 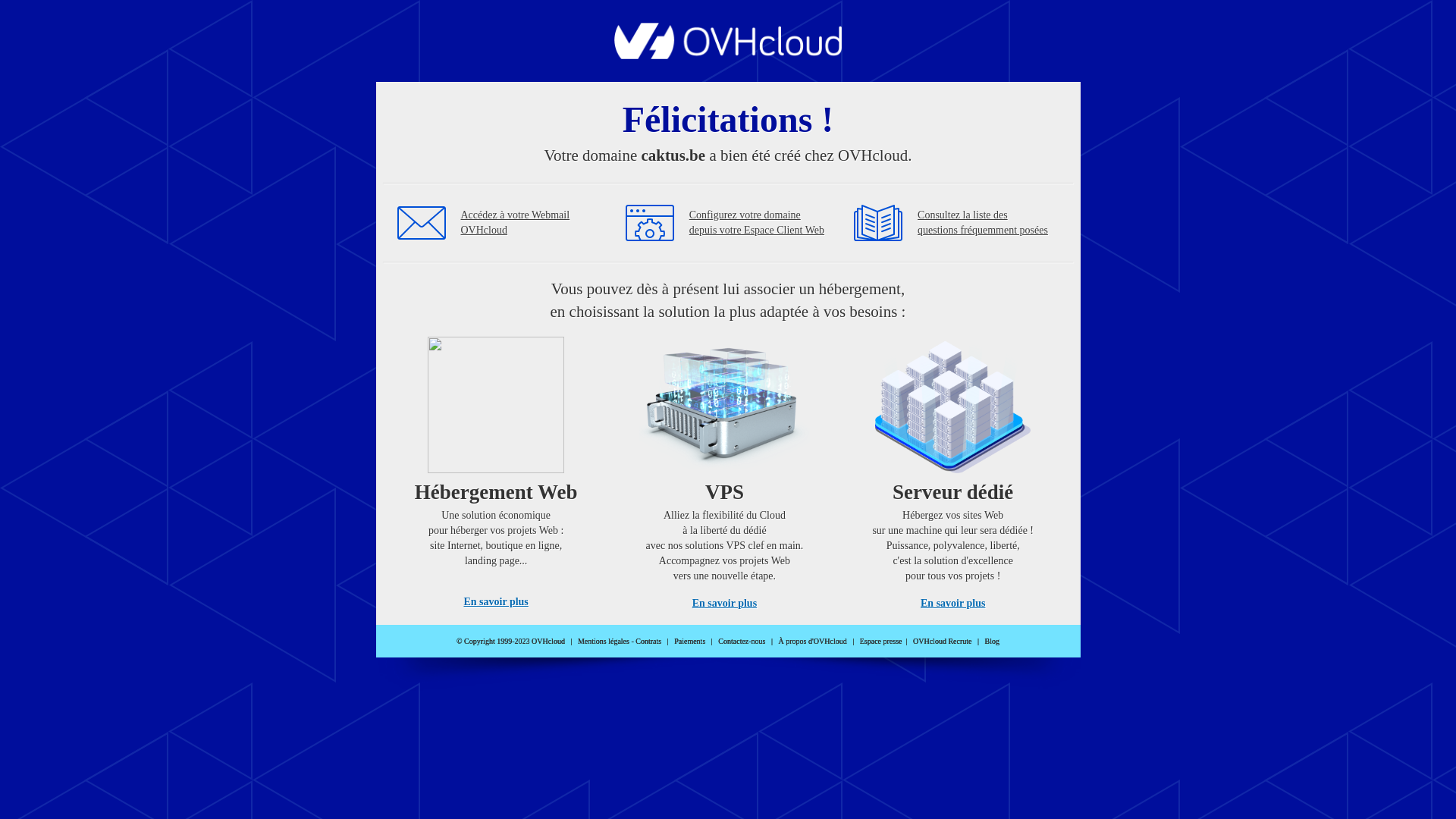 What do you see at coordinates (639, 469) in the screenshot?
I see `'VPS'` at bounding box center [639, 469].